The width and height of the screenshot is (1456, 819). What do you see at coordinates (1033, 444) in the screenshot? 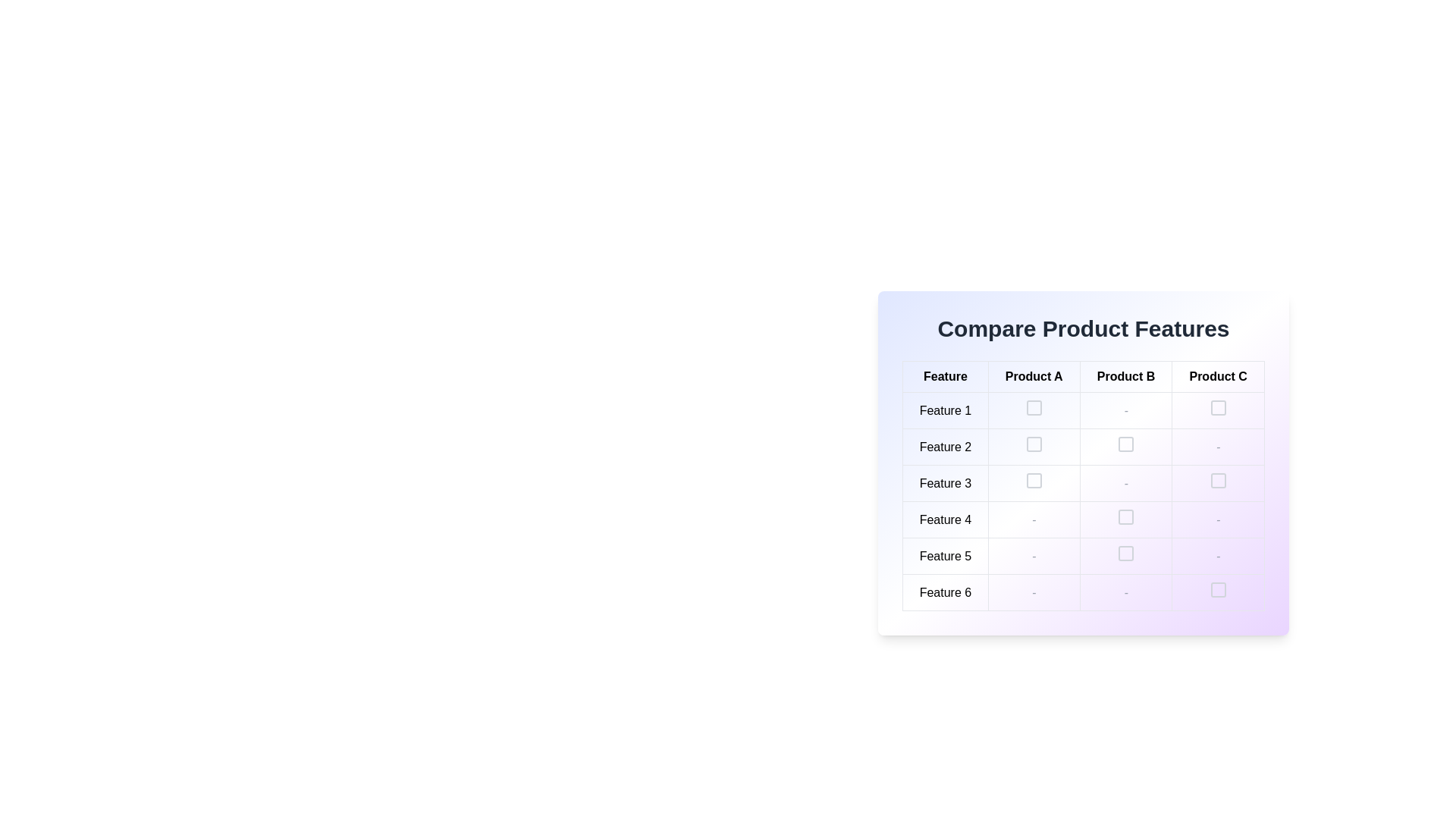
I see `the checkbox for 'Feature 2' under 'Product A'` at bounding box center [1033, 444].